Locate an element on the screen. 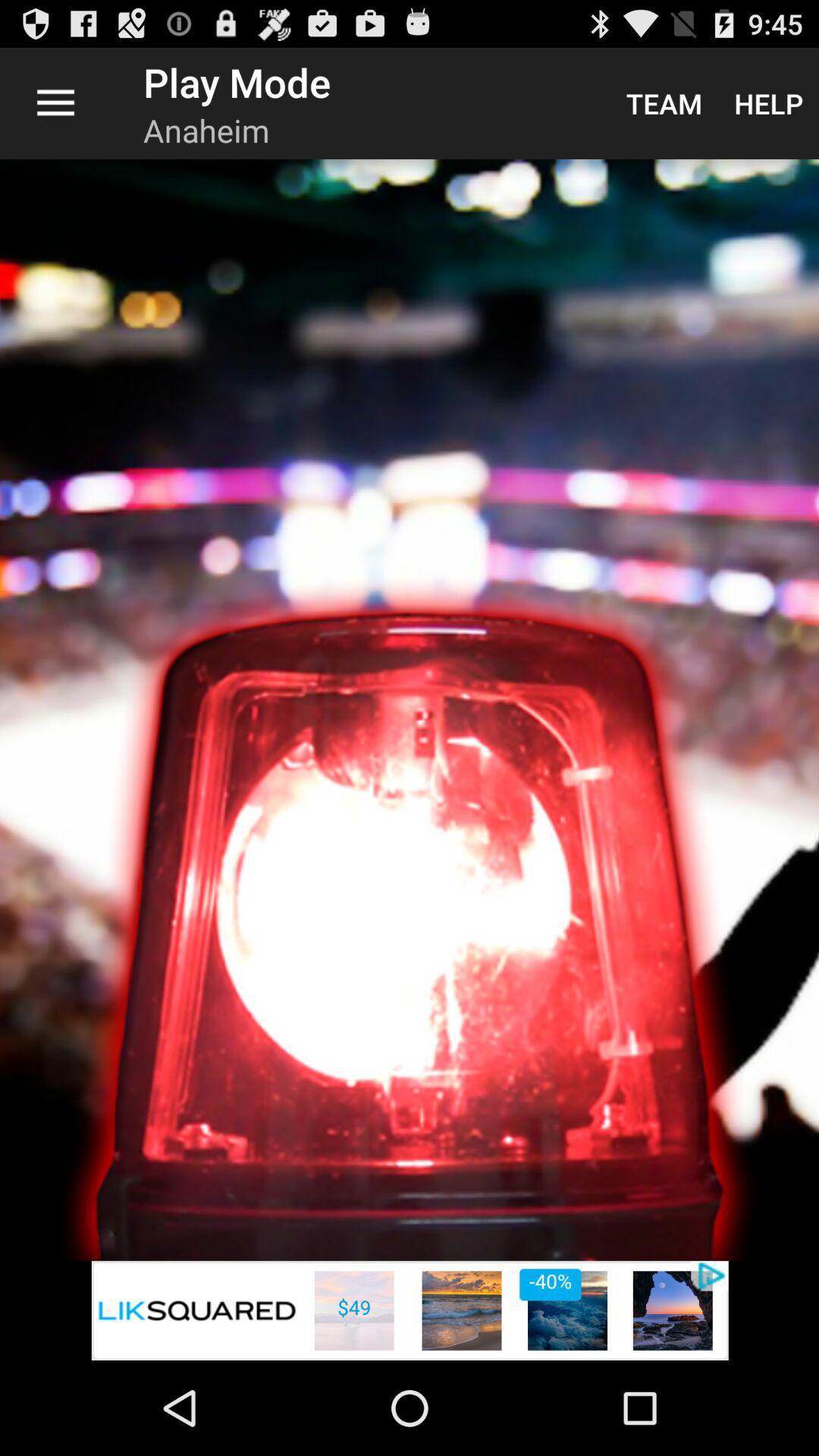 The height and width of the screenshot is (1456, 819). advertisement website is located at coordinates (409, 1310).